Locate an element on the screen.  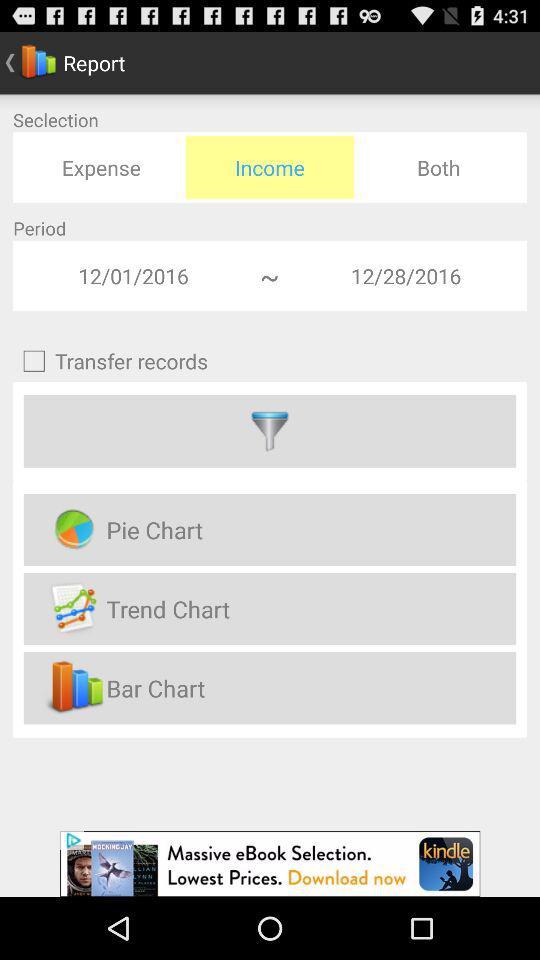
advertisement is located at coordinates (270, 863).